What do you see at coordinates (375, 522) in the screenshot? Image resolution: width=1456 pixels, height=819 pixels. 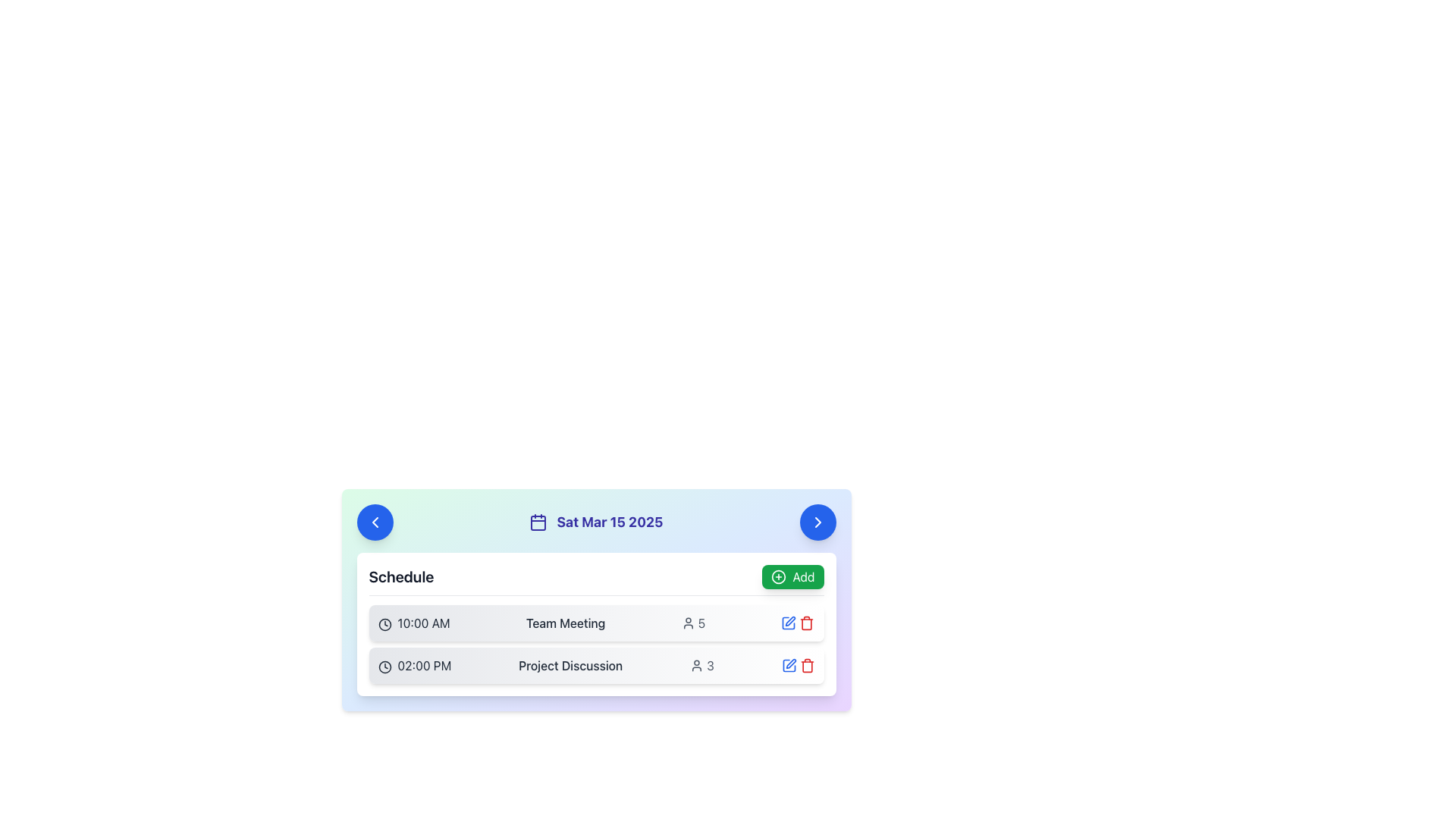 I see `the Chevron Left icon, which is centrally positioned within a blue circular button at the top-left corner of the card interface containing scheduling information` at bounding box center [375, 522].